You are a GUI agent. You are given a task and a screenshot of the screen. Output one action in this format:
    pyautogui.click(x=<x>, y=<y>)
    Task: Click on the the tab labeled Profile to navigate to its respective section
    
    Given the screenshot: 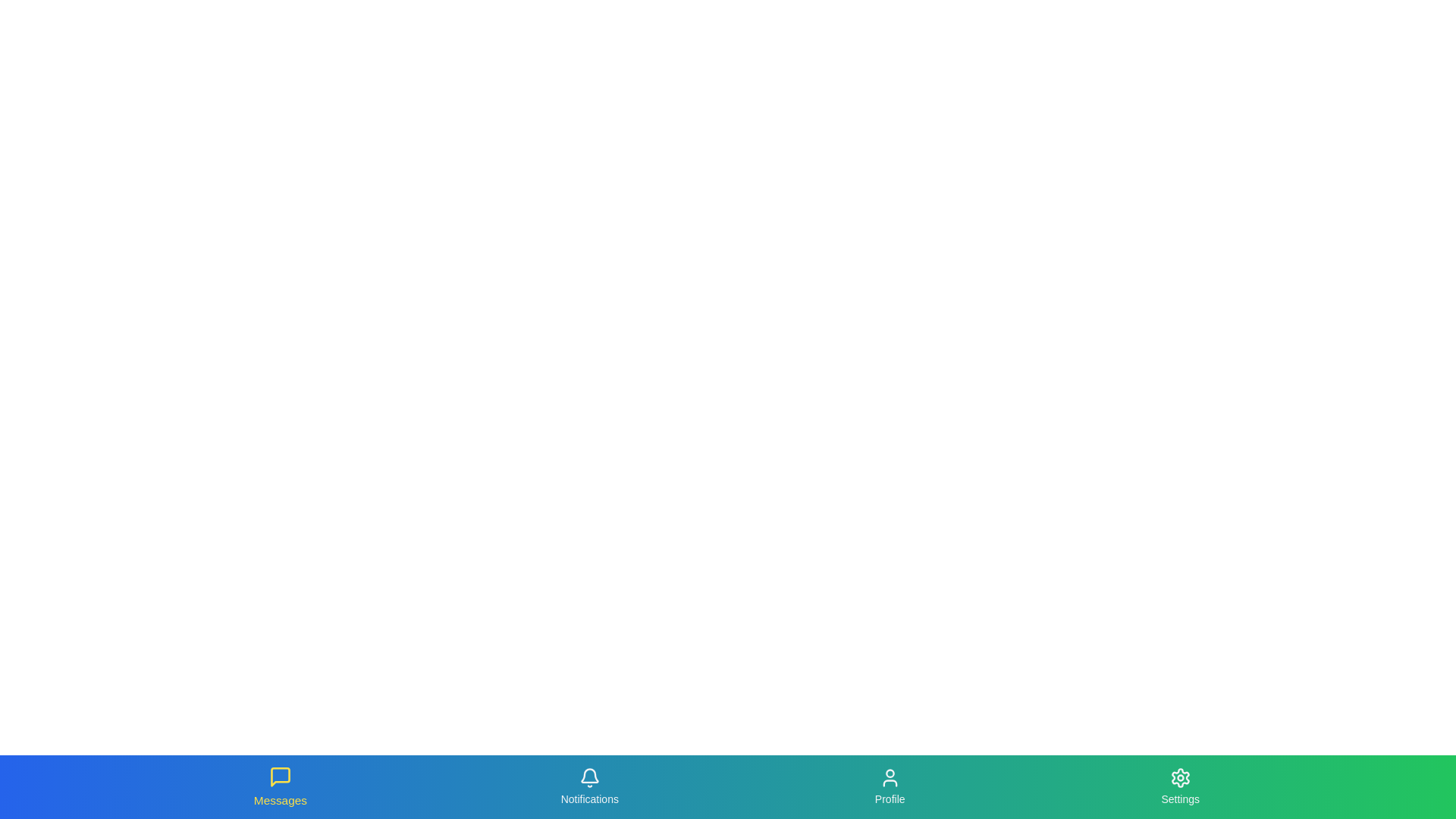 What is the action you would take?
    pyautogui.click(x=890, y=786)
    